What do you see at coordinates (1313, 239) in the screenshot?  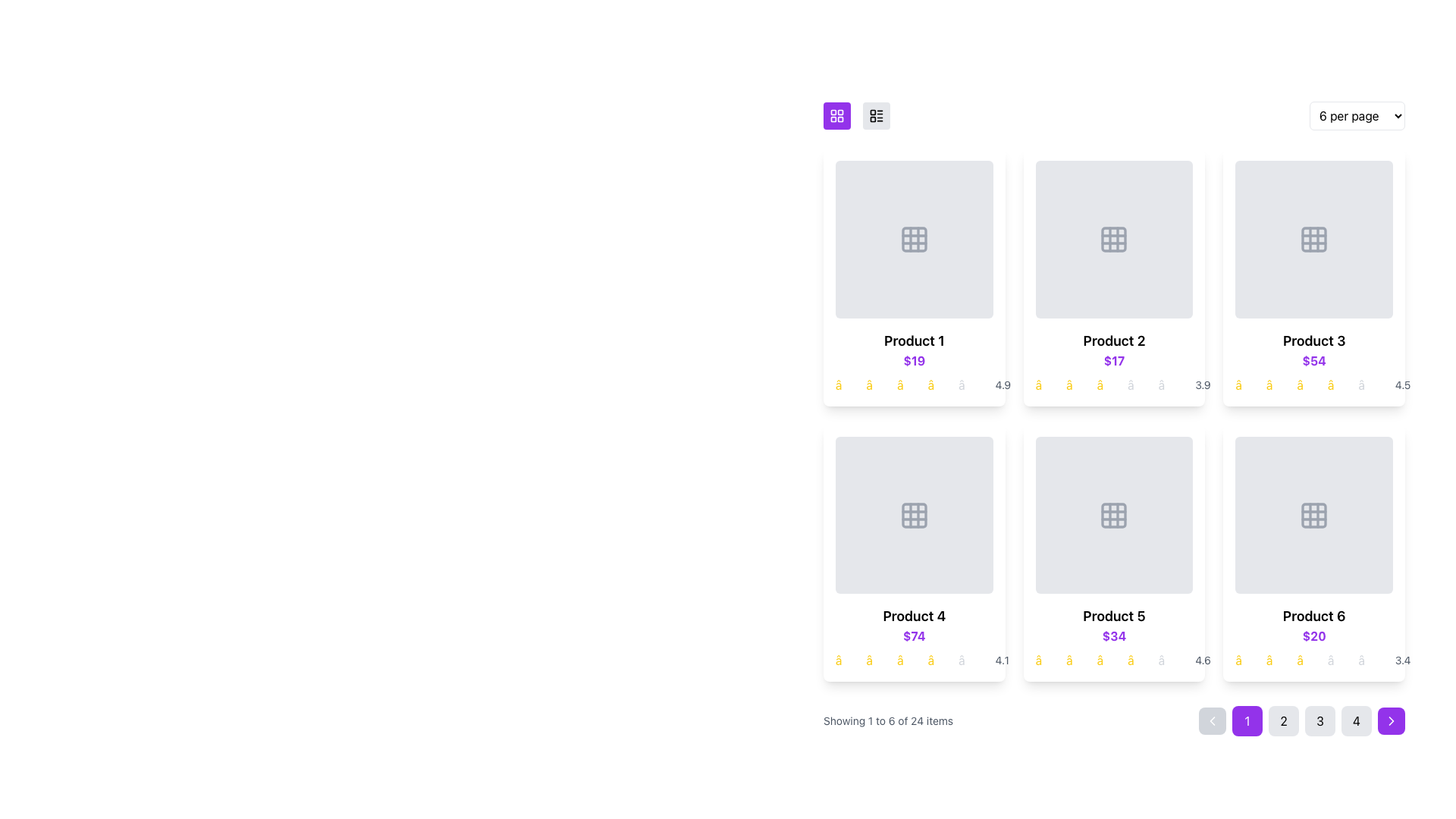 I see `the decorative or placeholder icon inside the 'Product 3' card, located in the first row and third column of the grid layout` at bounding box center [1313, 239].